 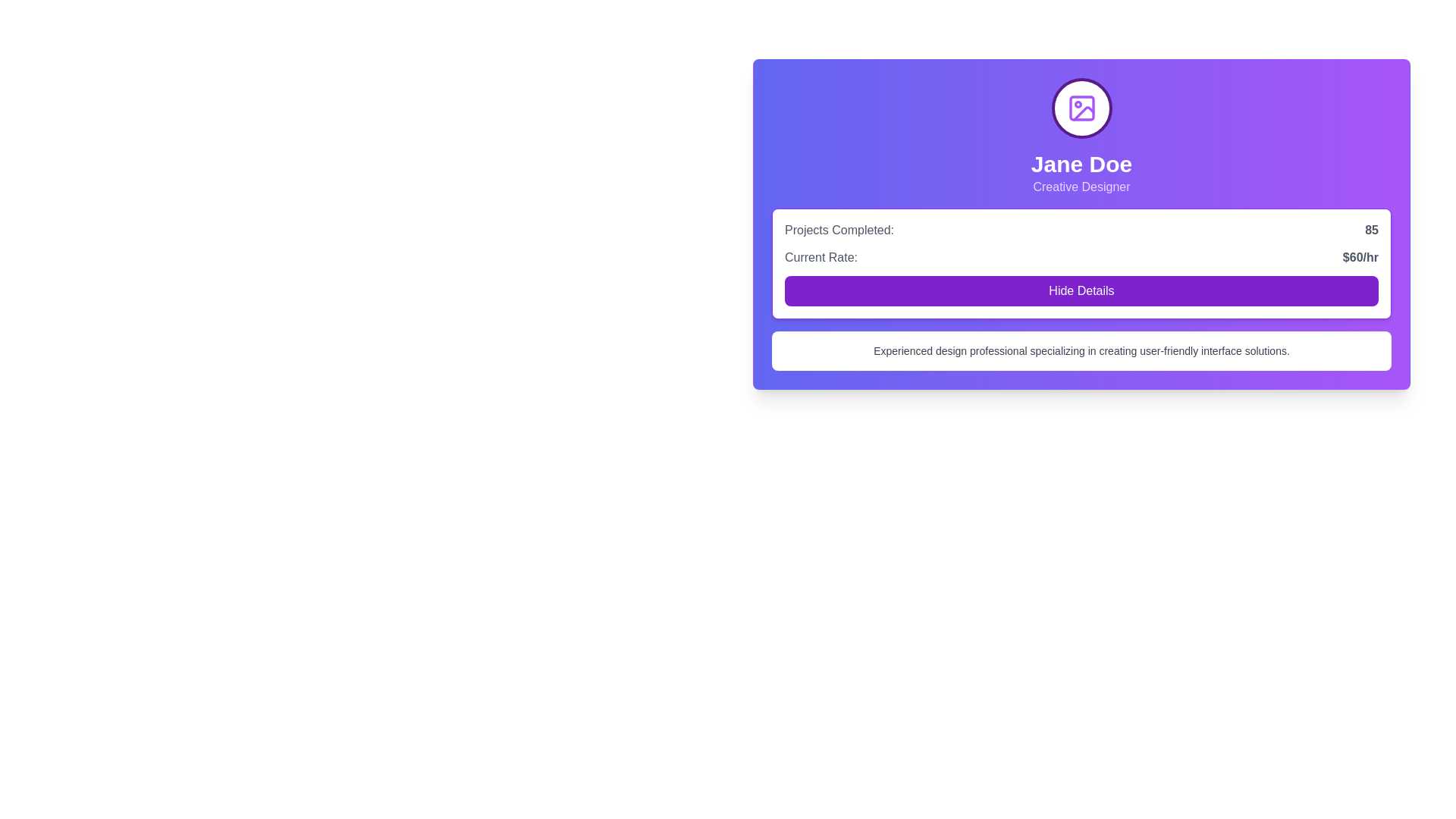 What do you see at coordinates (1372, 231) in the screenshot?
I see `the text displaying the number of projects completed, located in the upper-middle area of the content card, right next to 'Projects Completed:'` at bounding box center [1372, 231].